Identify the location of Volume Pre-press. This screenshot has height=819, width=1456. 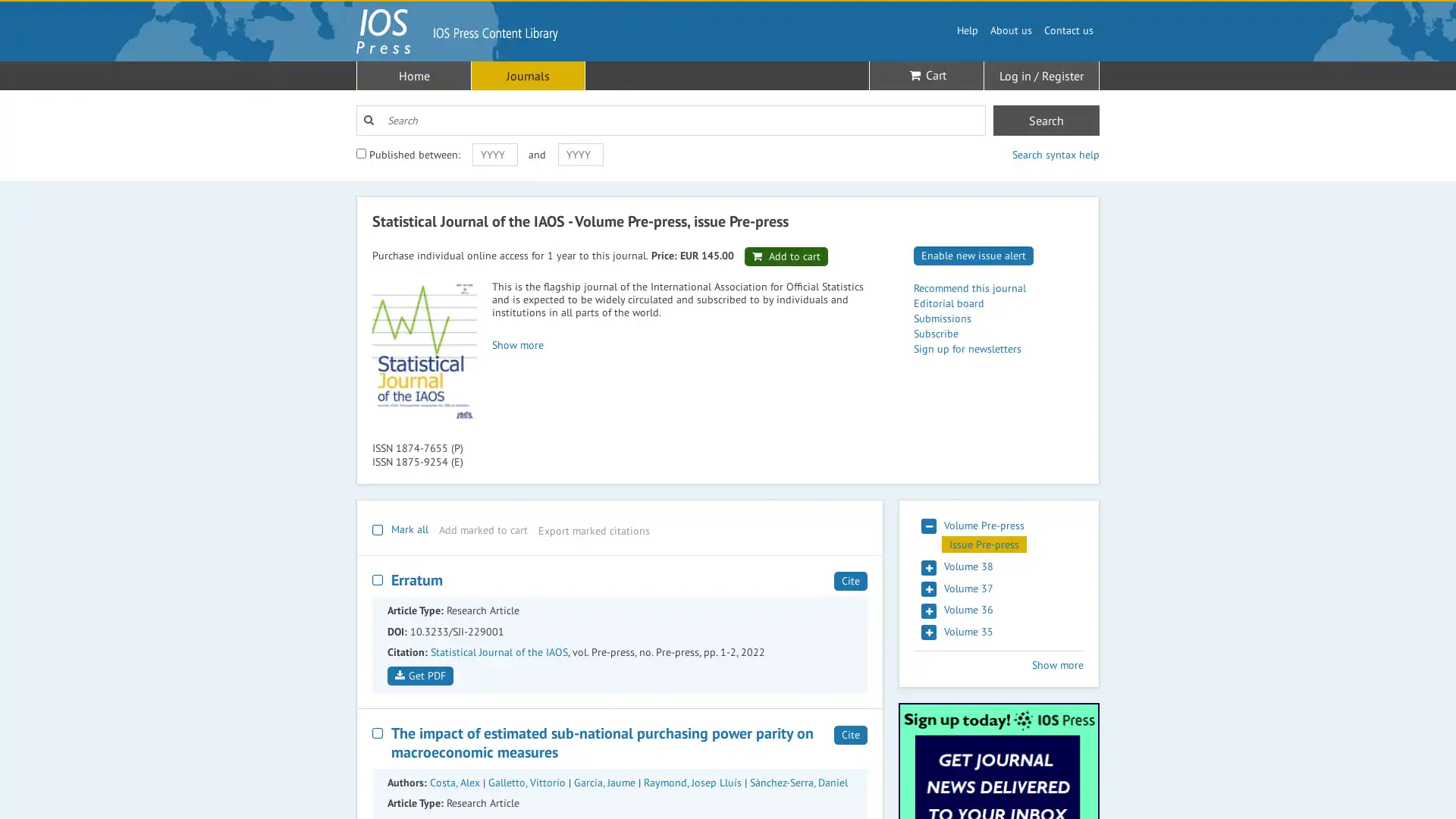
(972, 525).